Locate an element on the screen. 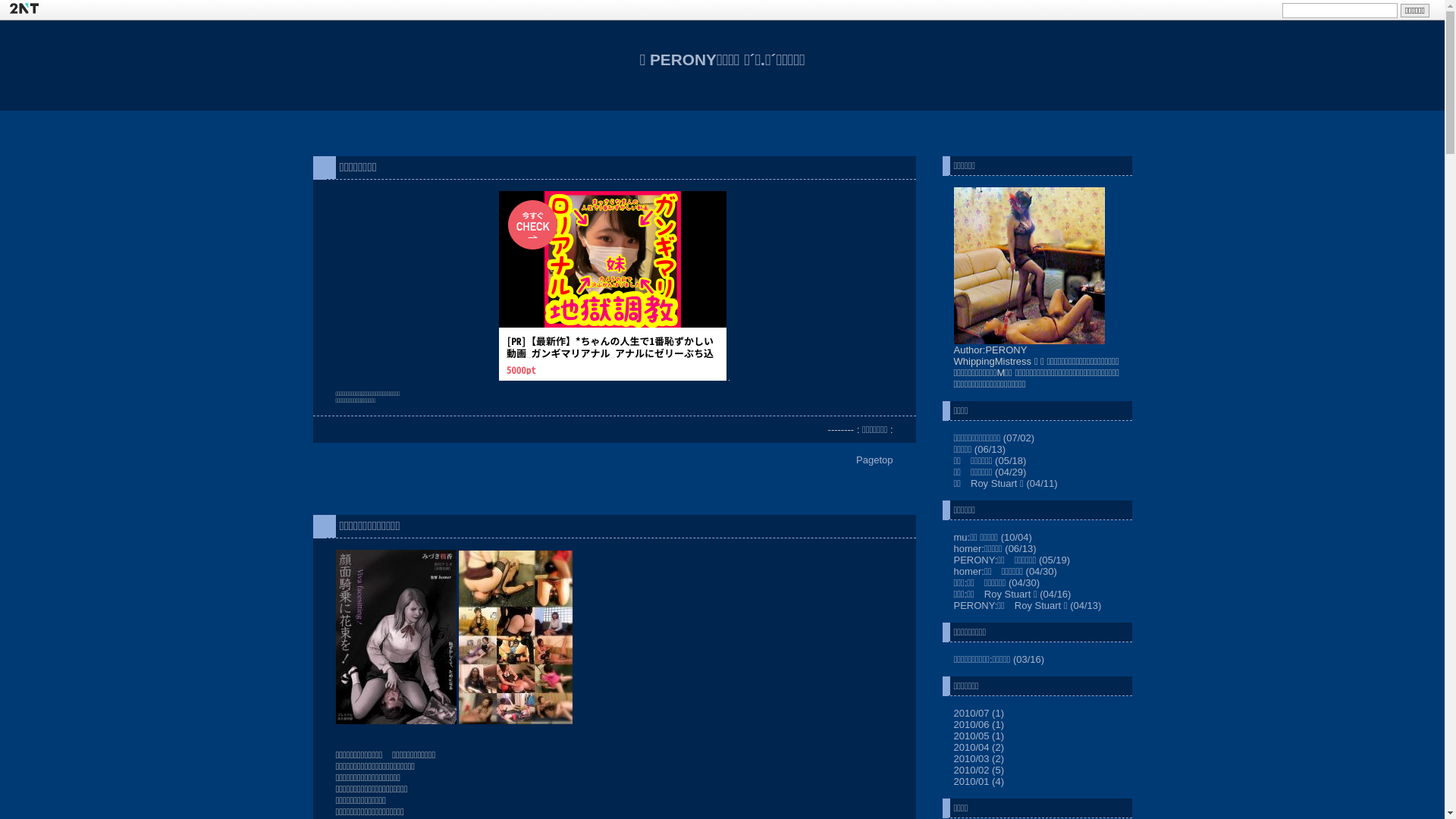 The image size is (1456, 819). '2010/06 (1)' is located at coordinates (952, 723).